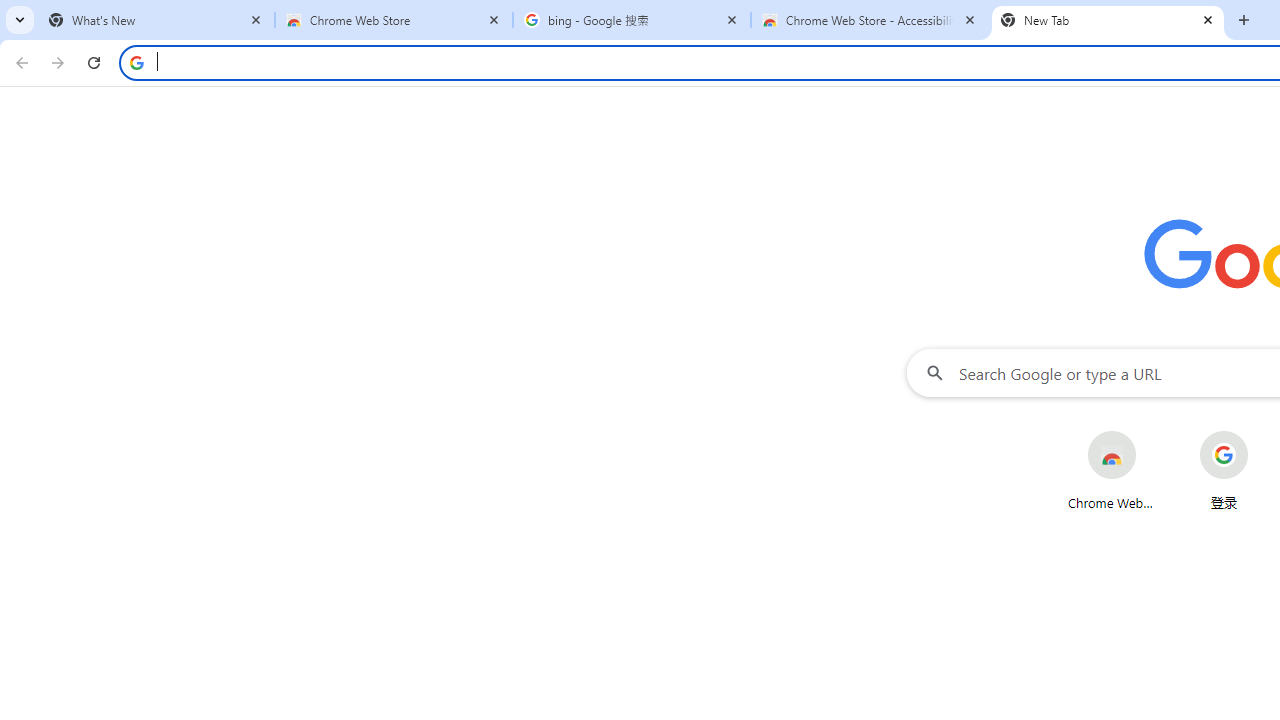 The width and height of the screenshot is (1280, 720). Describe the element at coordinates (1110, 470) in the screenshot. I see `'Chrome Web Store'` at that location.